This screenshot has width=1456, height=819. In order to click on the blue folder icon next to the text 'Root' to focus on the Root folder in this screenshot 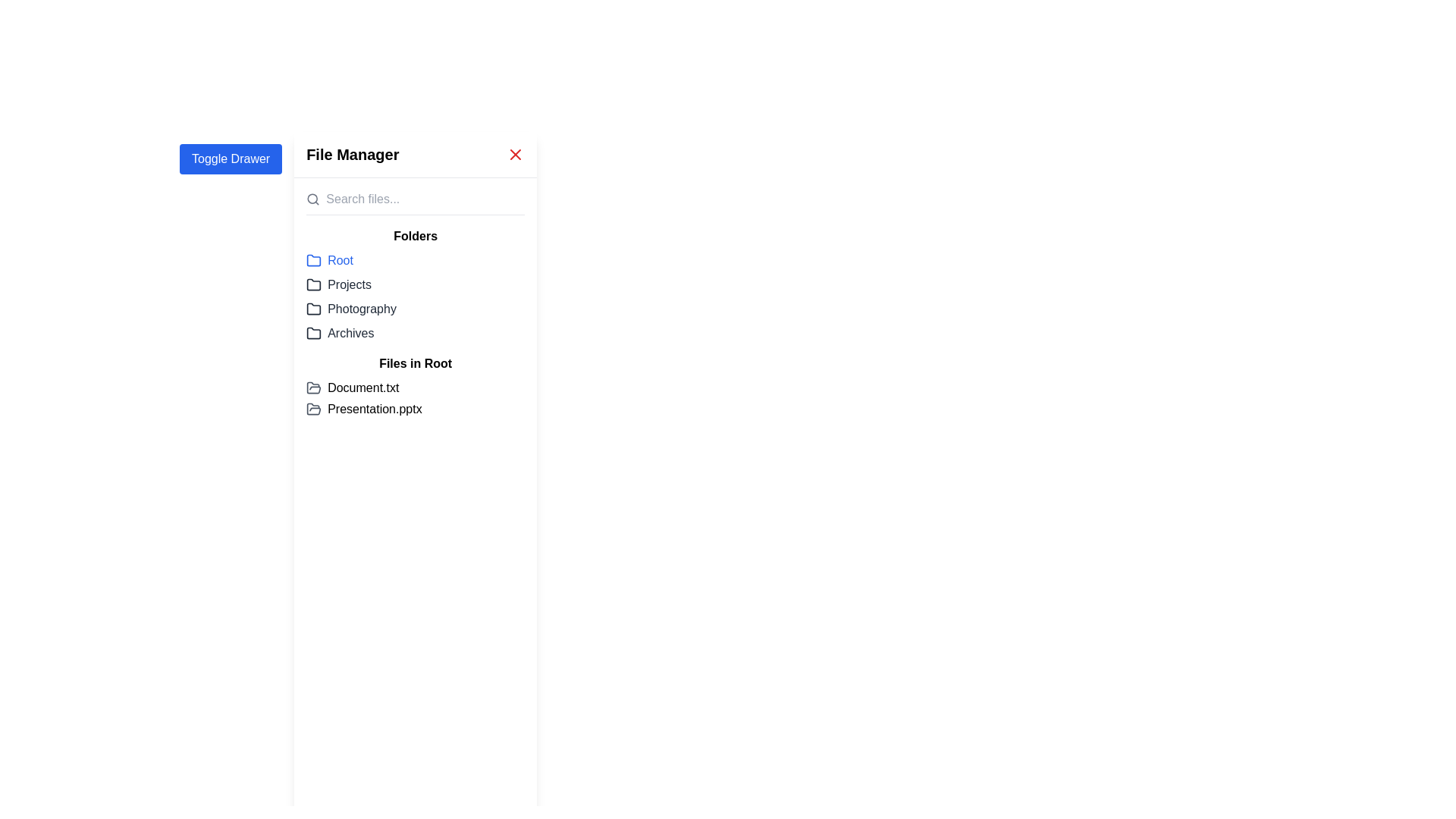, I will do `click(313, 259)`.